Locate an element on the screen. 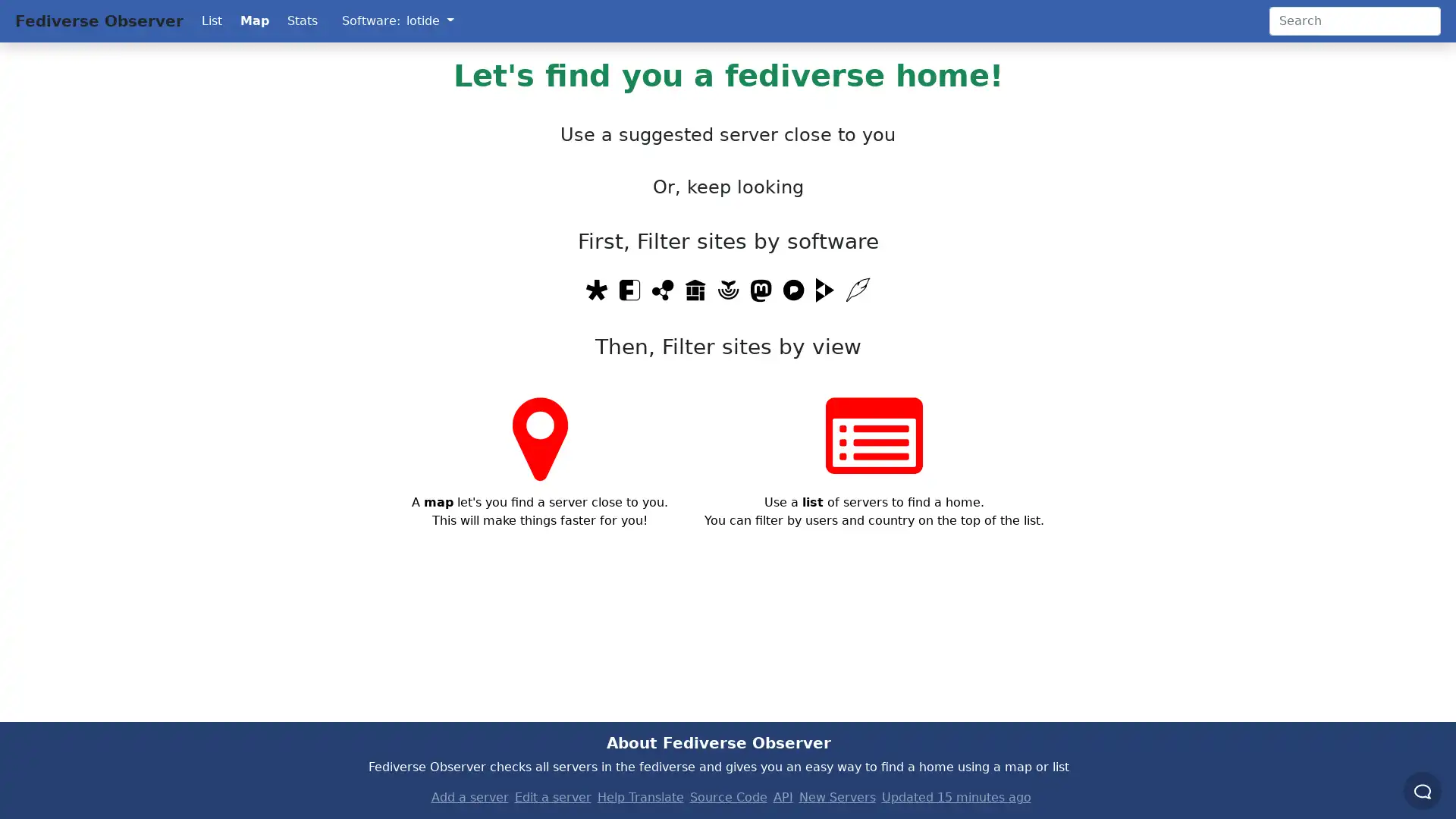 This screenshot has height=819, width=1456. lotide is located at coordinates (428, 20).